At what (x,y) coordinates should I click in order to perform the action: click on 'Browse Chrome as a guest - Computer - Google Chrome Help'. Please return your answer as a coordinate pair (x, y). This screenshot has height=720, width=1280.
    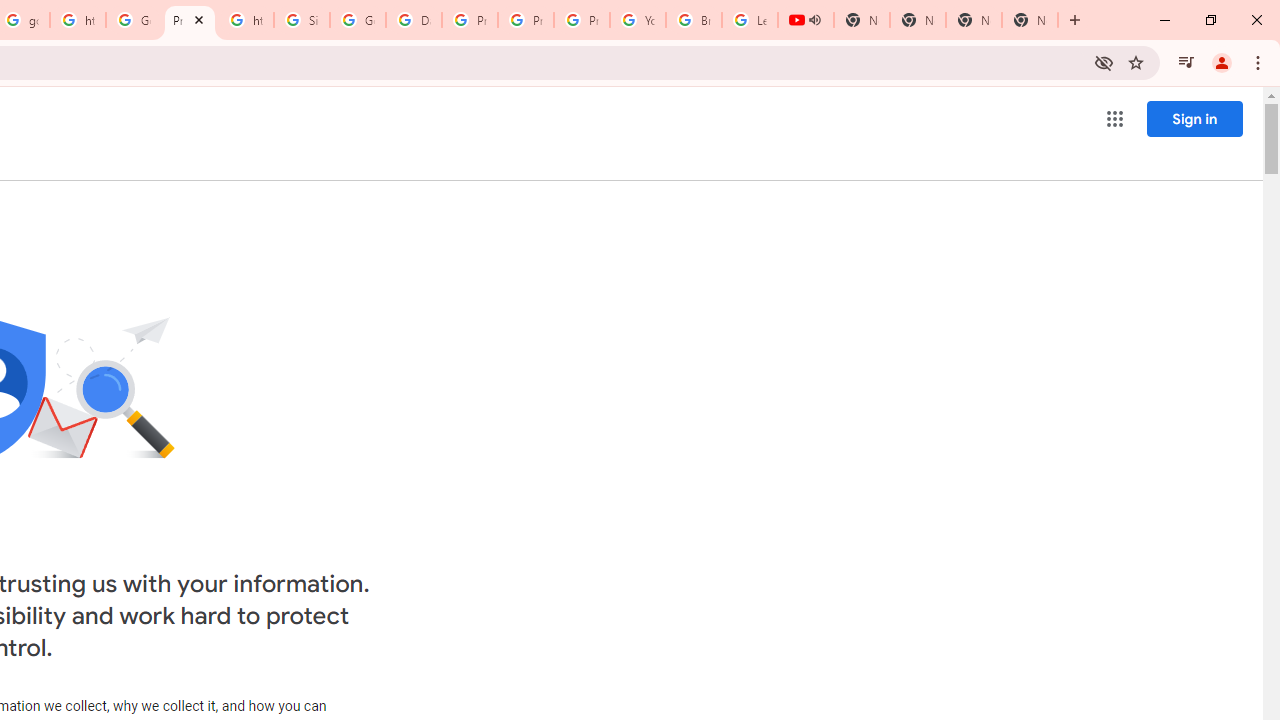
    Looking at the image, I should click on (693, 20).